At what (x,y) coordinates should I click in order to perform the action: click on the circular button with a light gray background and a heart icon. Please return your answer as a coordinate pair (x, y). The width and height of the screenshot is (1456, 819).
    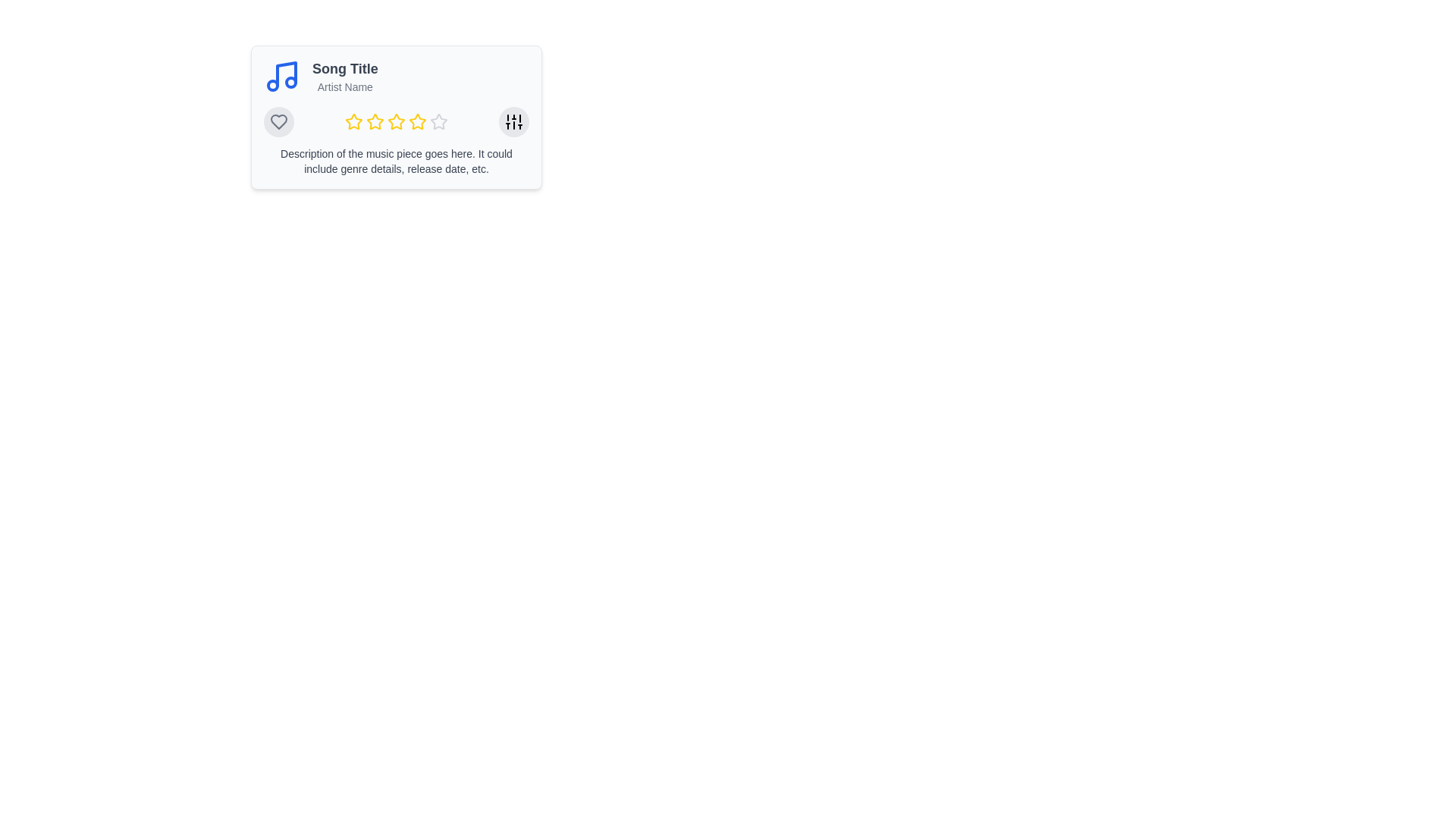
    Looking at the image, I should click on (279, 121).